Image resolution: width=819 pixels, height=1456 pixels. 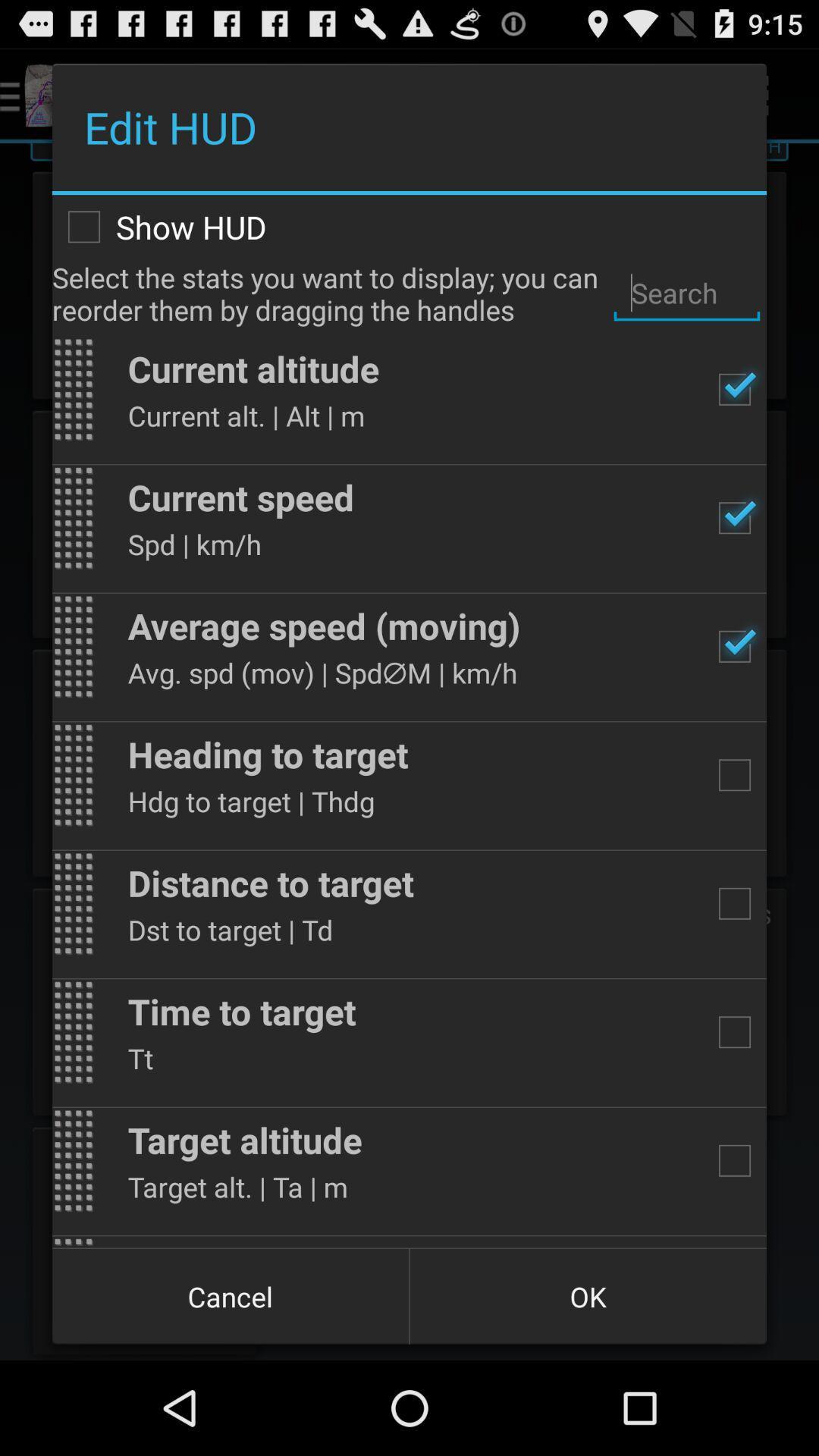 What do you see at coordinates (231, 1295) in the screenshot?
I see `item to the left of the ok` at bounding box center [231, 1295].